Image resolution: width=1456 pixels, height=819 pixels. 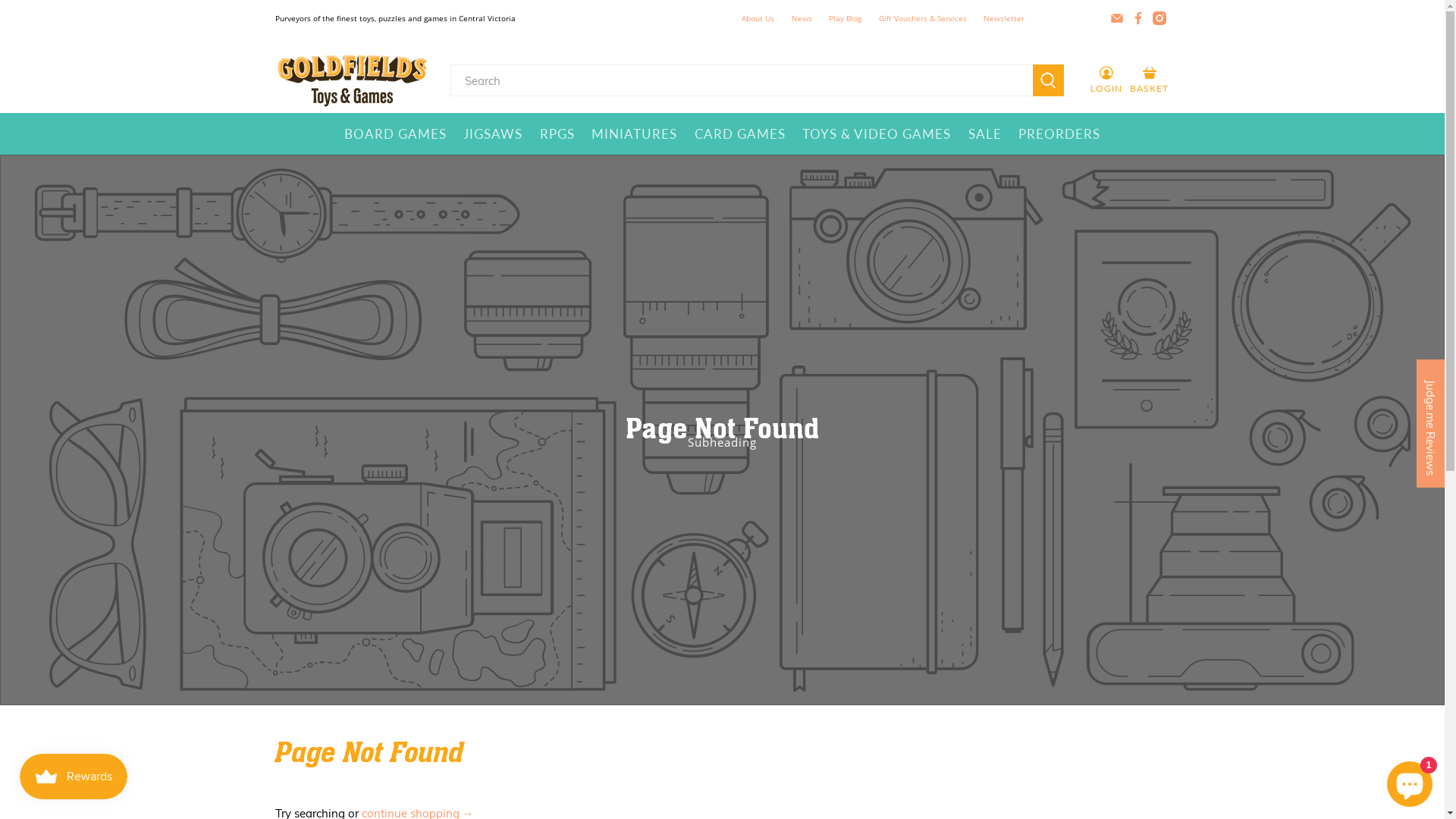 What do you see at coordinates (1106, 80) in the screenshot?
I see `'LOGIN'` at bounding box center [1106, 80].